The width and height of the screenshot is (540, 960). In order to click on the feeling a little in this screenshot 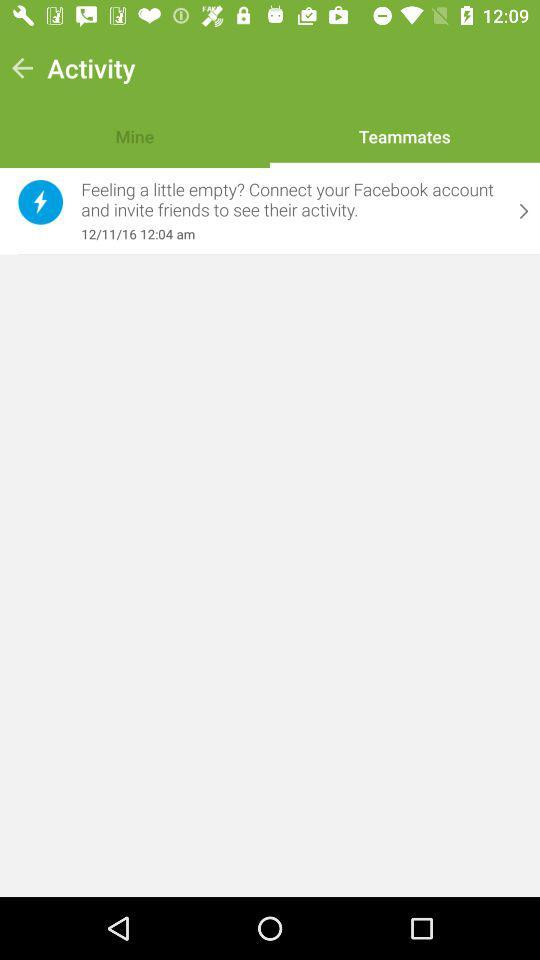, I will do `click(290, 200)`.